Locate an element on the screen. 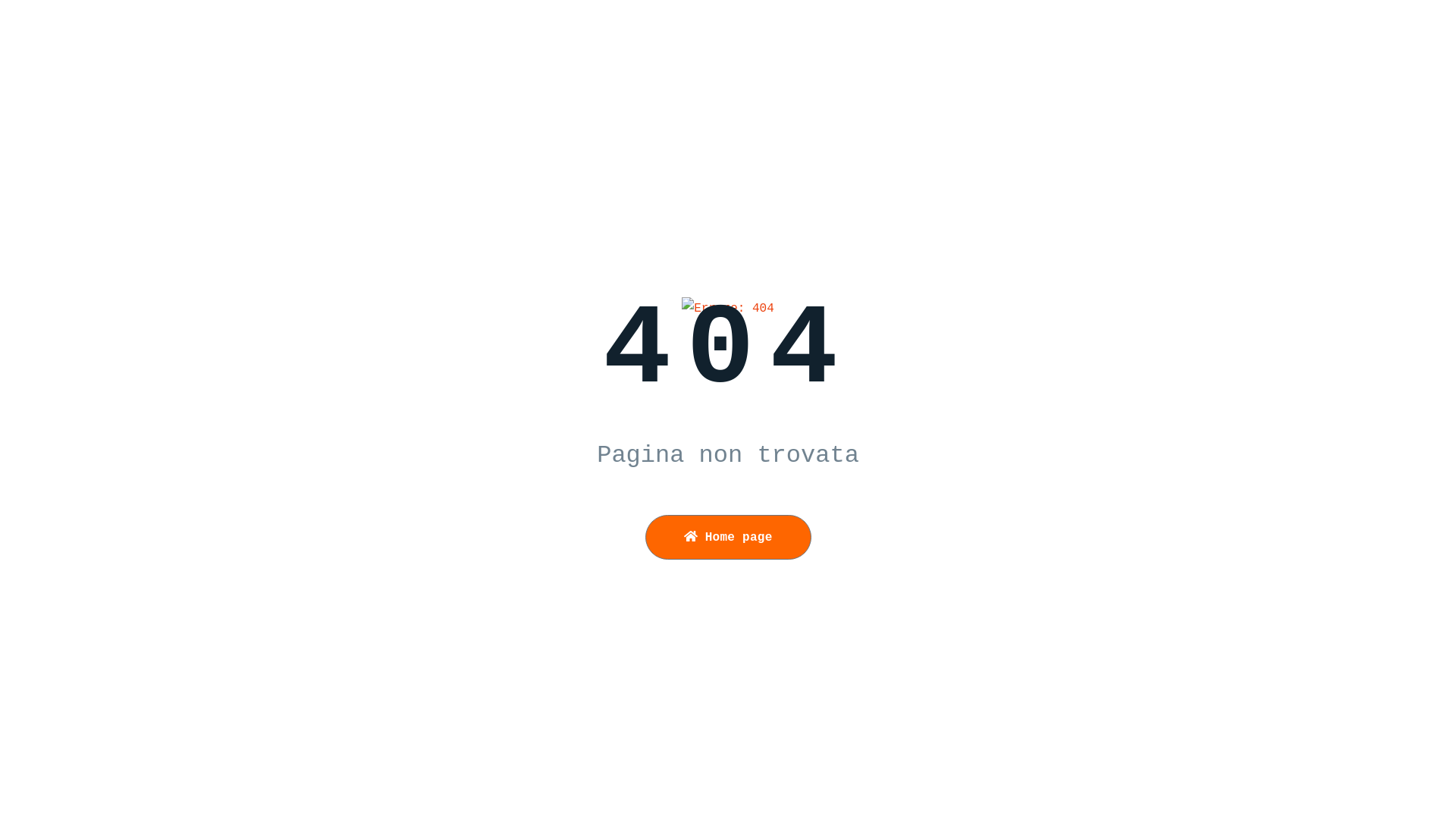 This screenshot has width=1456, height=819. 'Home page' is located at coordinates (726, 536).